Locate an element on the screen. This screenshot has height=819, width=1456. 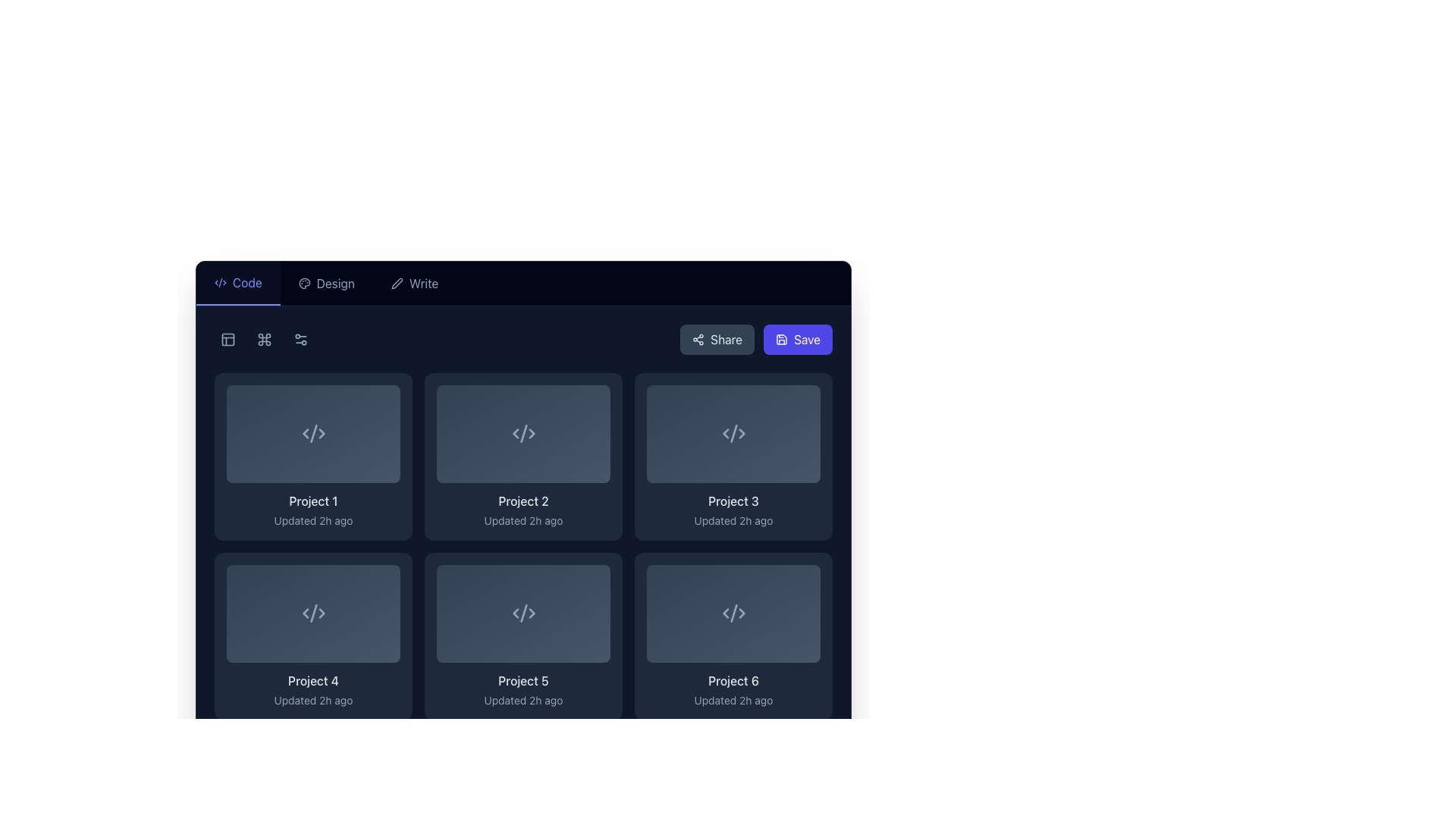
the SVG arrow icon located in the upper-middle part of the card labeled 'Project 2' is located at coordinates (532, 434).